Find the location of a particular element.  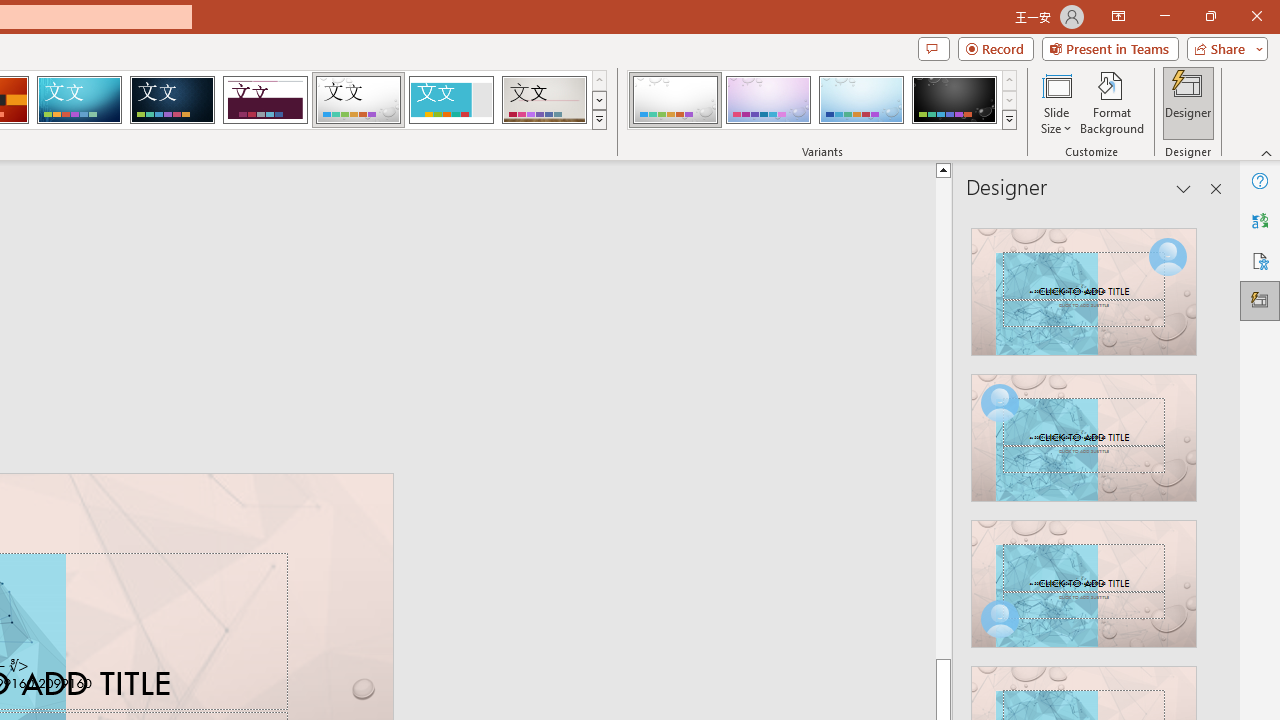

'AutomationID: ThemeVariantsGallery' is located at coordinates (823, 100).